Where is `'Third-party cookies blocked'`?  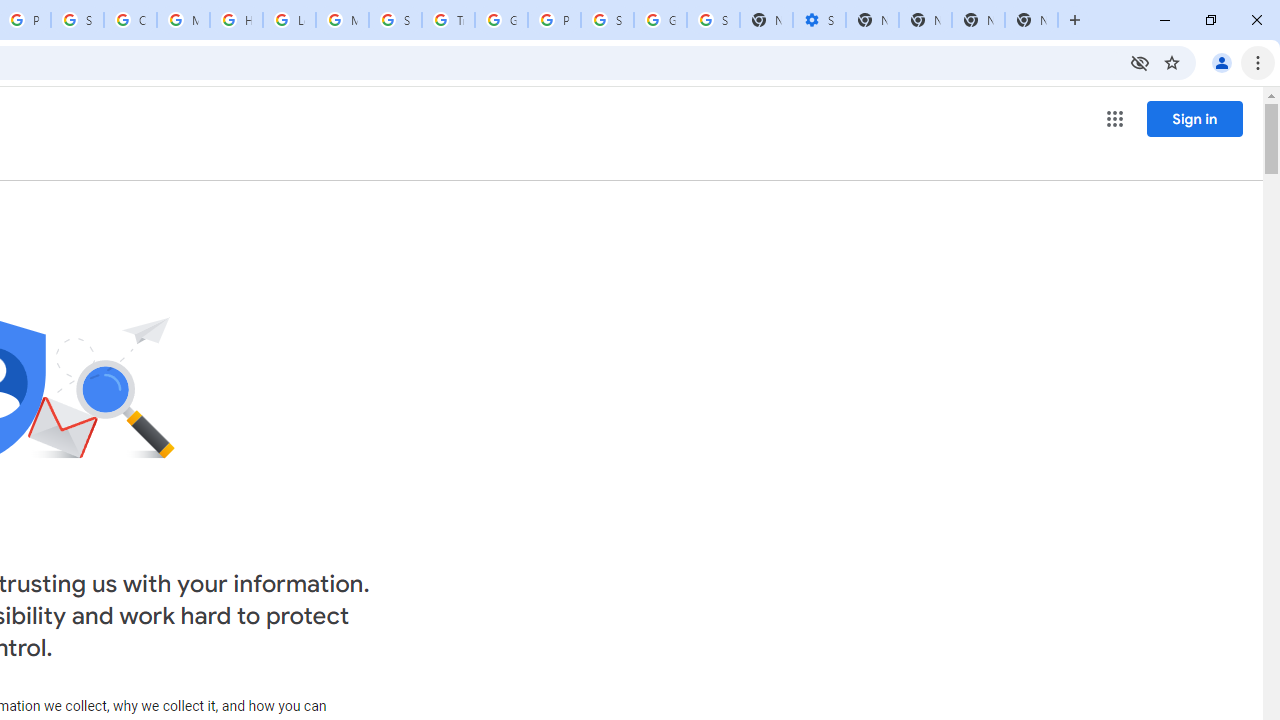
'Third-party cookies blocked' is located at coordinates (1139, 61).